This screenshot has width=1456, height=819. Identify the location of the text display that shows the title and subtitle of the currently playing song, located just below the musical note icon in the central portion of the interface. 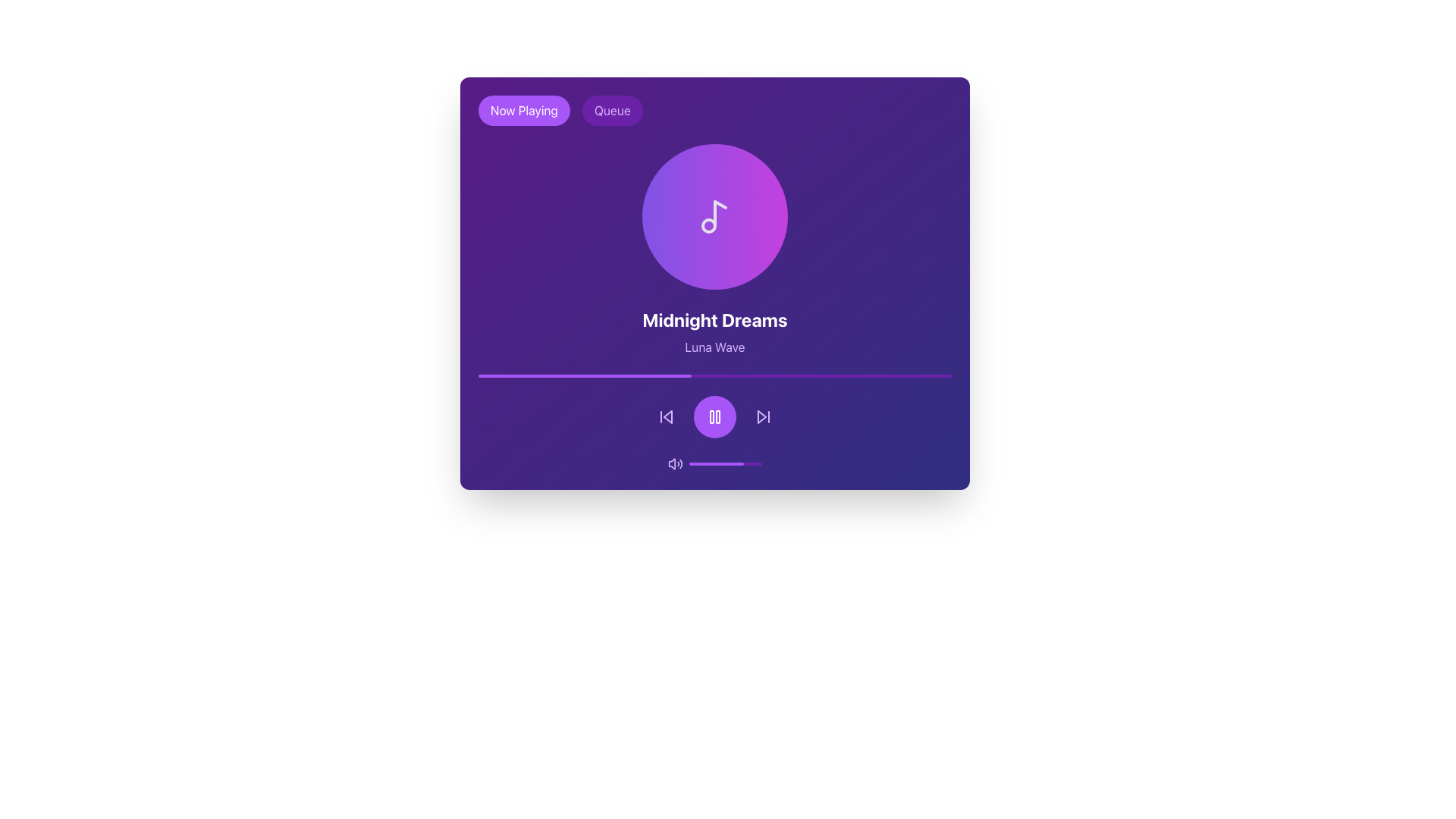
(714, 331).